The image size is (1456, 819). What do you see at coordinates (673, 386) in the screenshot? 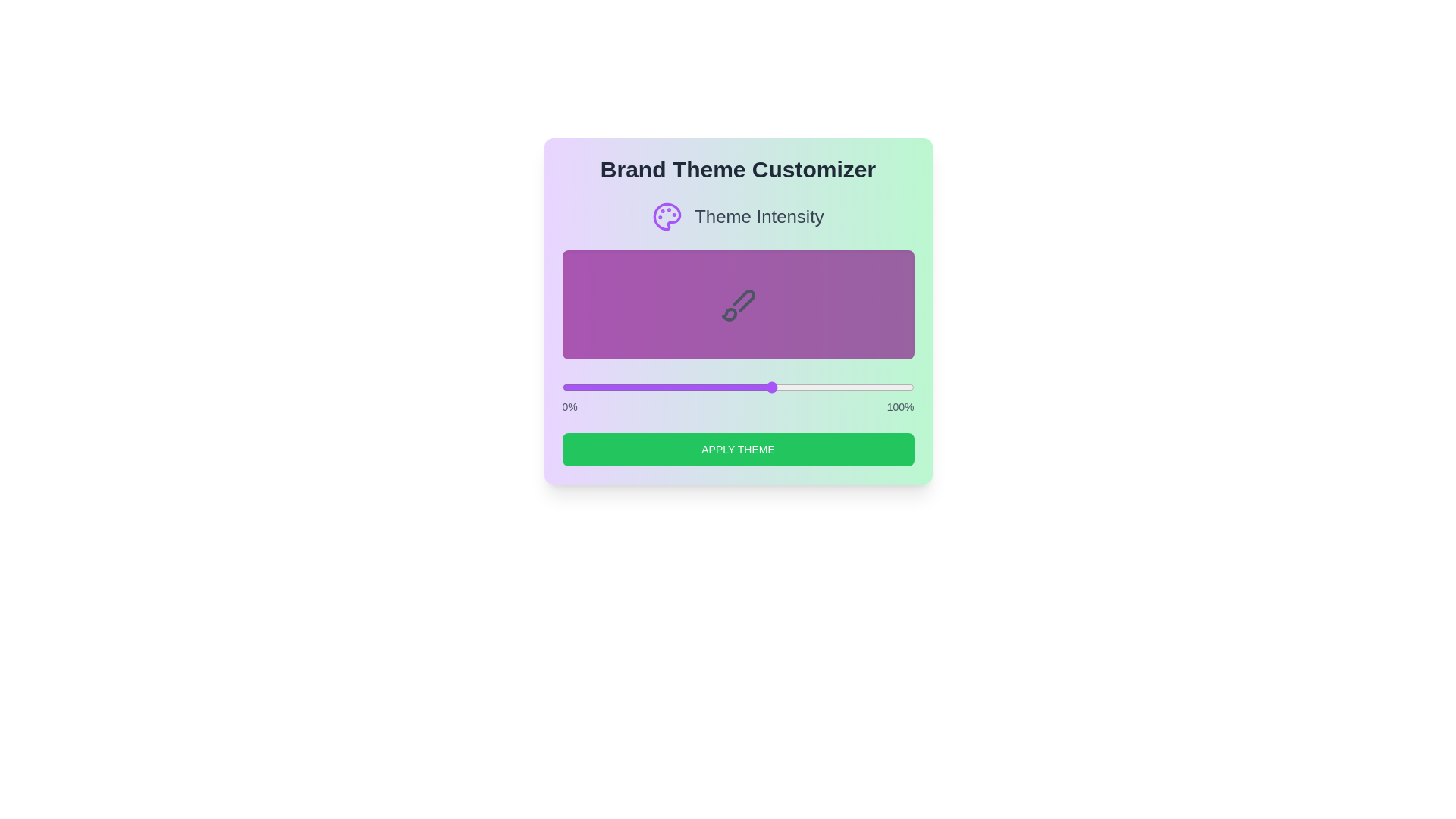
I see `the theme intensity slider to 32% to view the corresponding theme preview` at bounding box center [673, 386].